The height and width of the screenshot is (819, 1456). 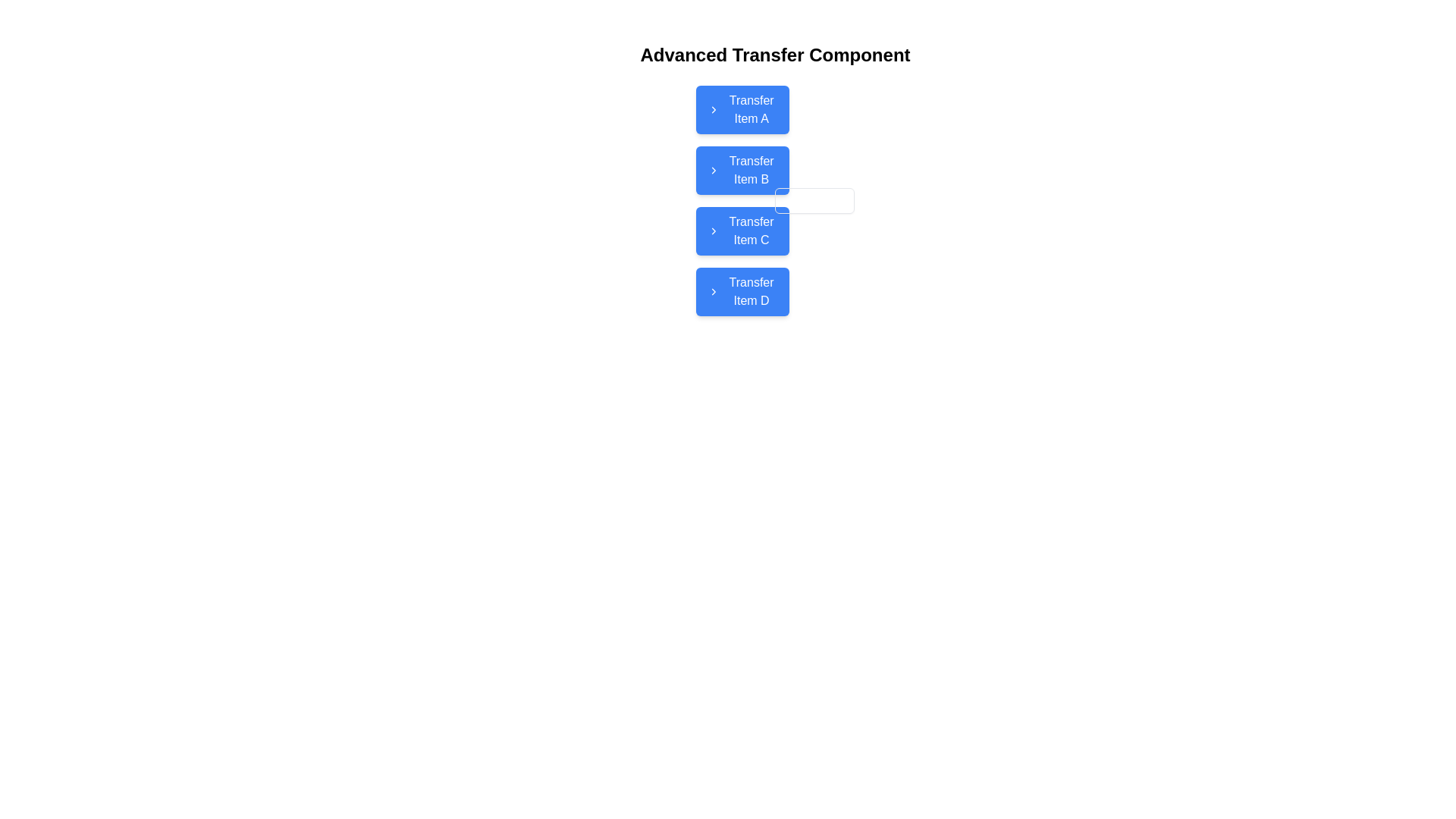 I want to click on the button labeled 'Transfer Item B', so click(x=775, y=200).